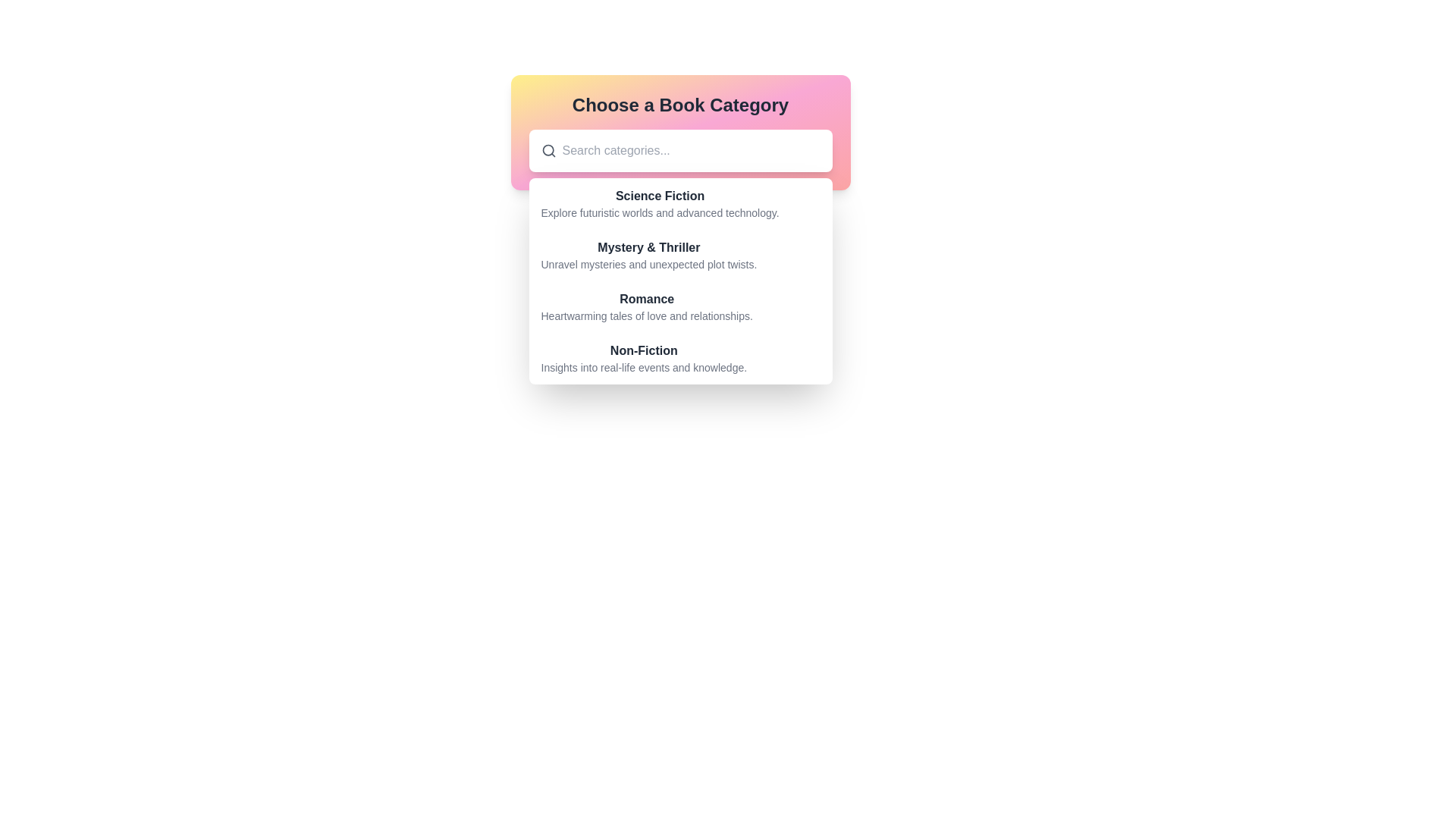 This screenshot has width=1456, height=819. I want to click on the circular icon representing the lens component of the magnifying glass, located inside the search field under the headline 'Choose a Book Category', so click(547, 150).